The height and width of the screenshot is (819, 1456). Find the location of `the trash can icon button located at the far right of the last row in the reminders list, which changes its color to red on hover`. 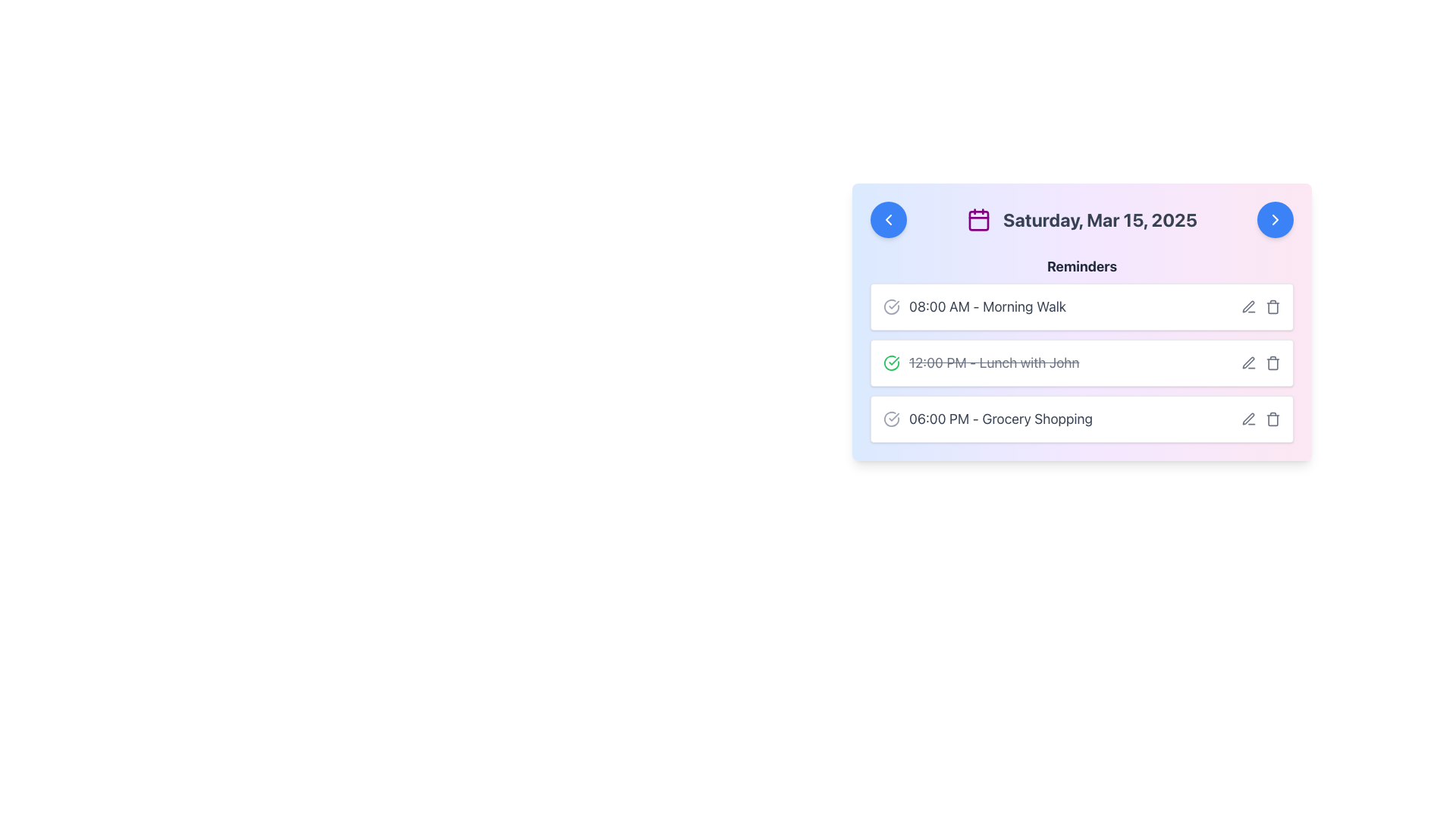

the trash can icon button located at the far right of the last row in the reminders list, which changes its color to red on hover is located at coordinates (1273, 419).